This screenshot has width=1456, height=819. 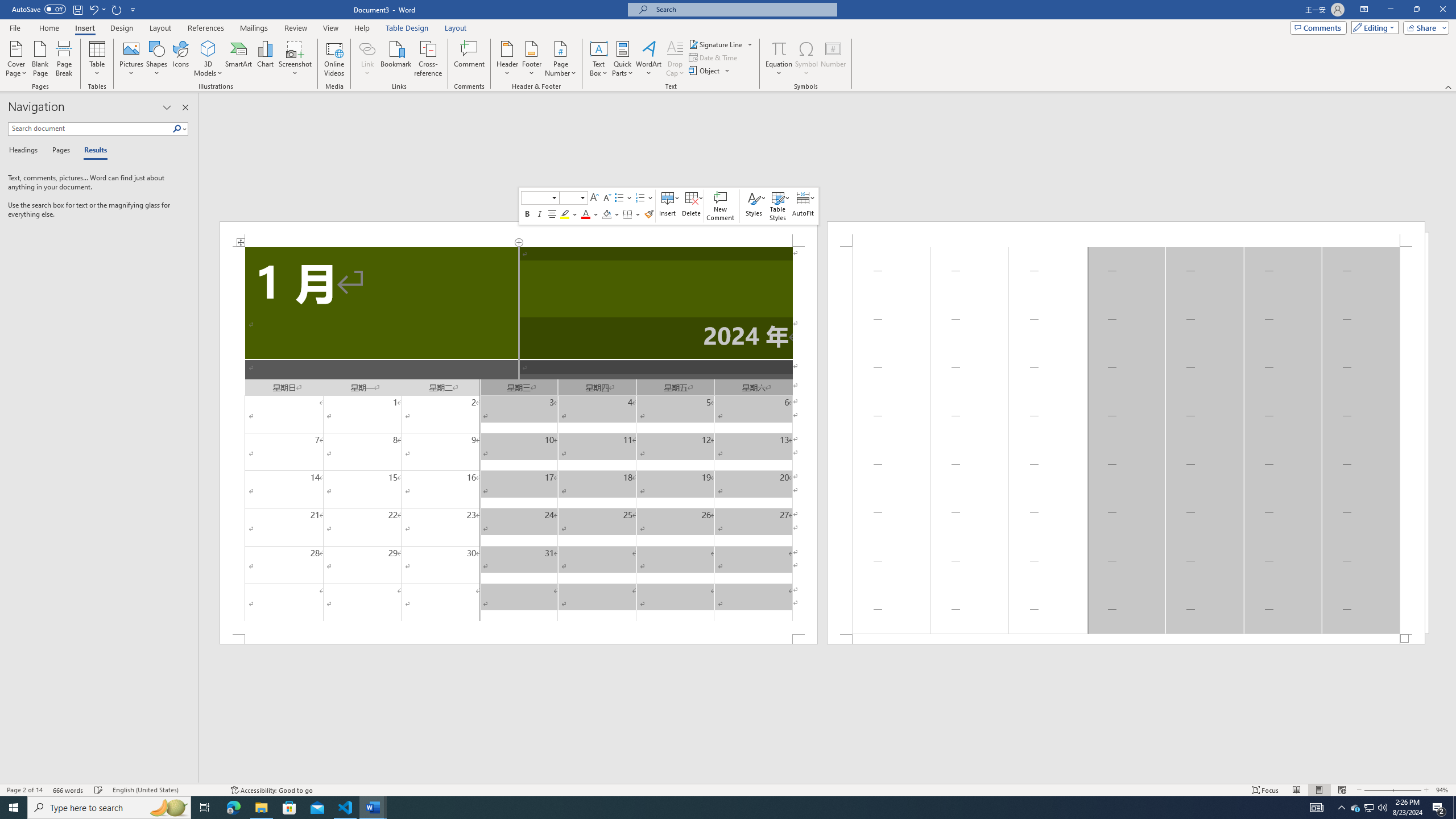 I want to click on 'AutoFit', so click(x=804, y=205).